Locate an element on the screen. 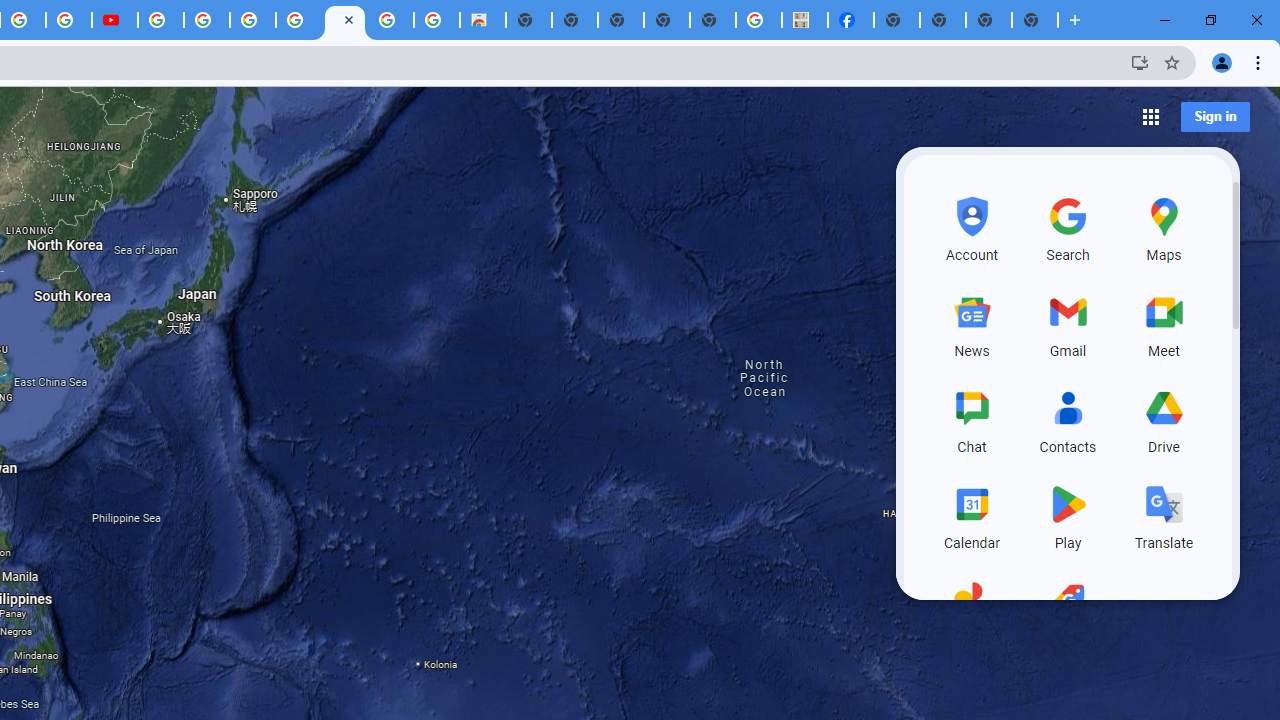  'Install Google Maps' is located at coordinates (1139, 61).